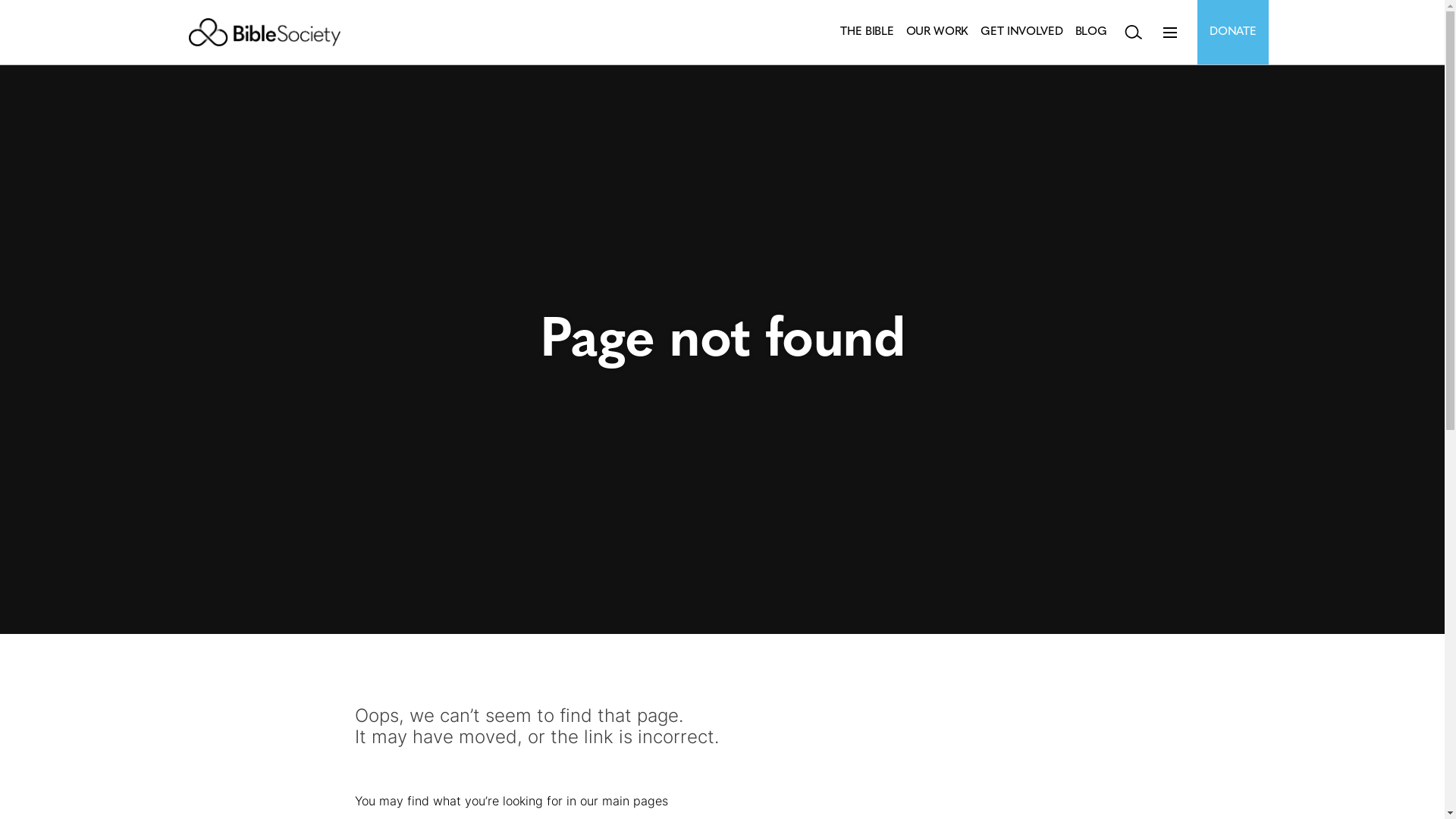 The height and width of the screenshot is (819, 1456). What do you see at coordinates (264, 32) in the screenshot?
I see `'Return to the Bible Society Homepage'` at bounding box center [264, 32].